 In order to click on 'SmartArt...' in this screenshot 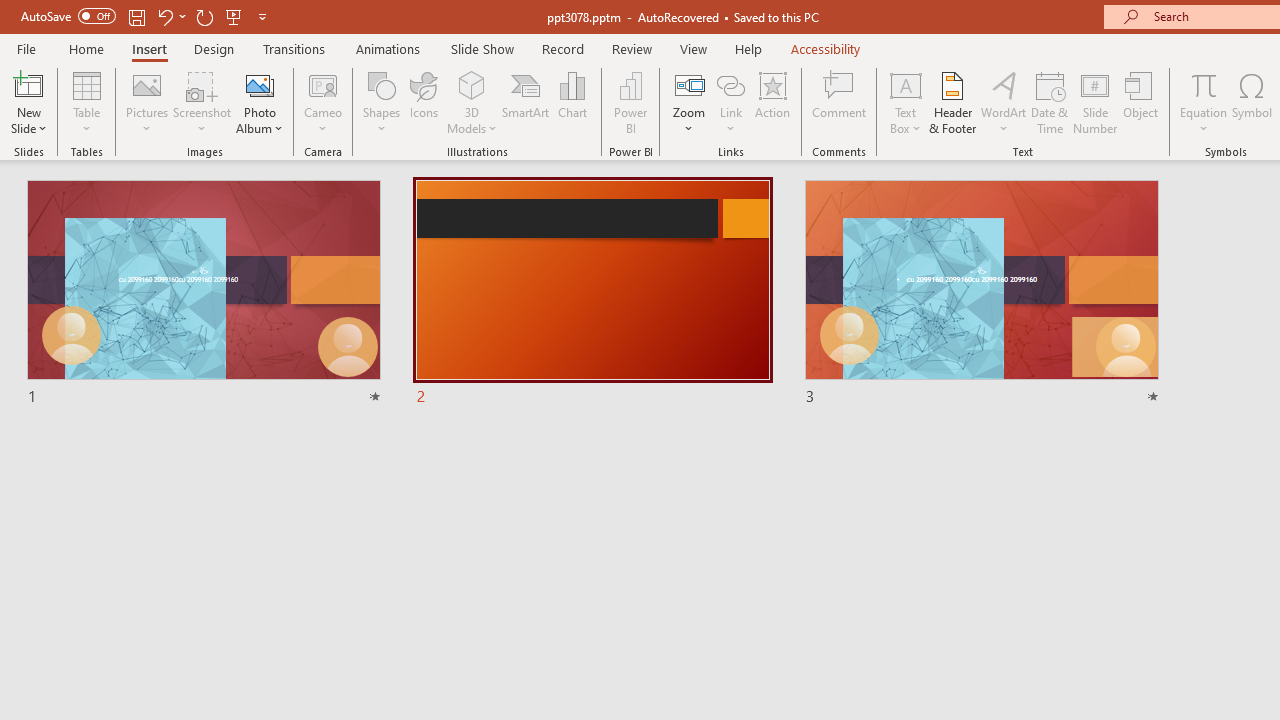, I will do `click(526, 103)`.